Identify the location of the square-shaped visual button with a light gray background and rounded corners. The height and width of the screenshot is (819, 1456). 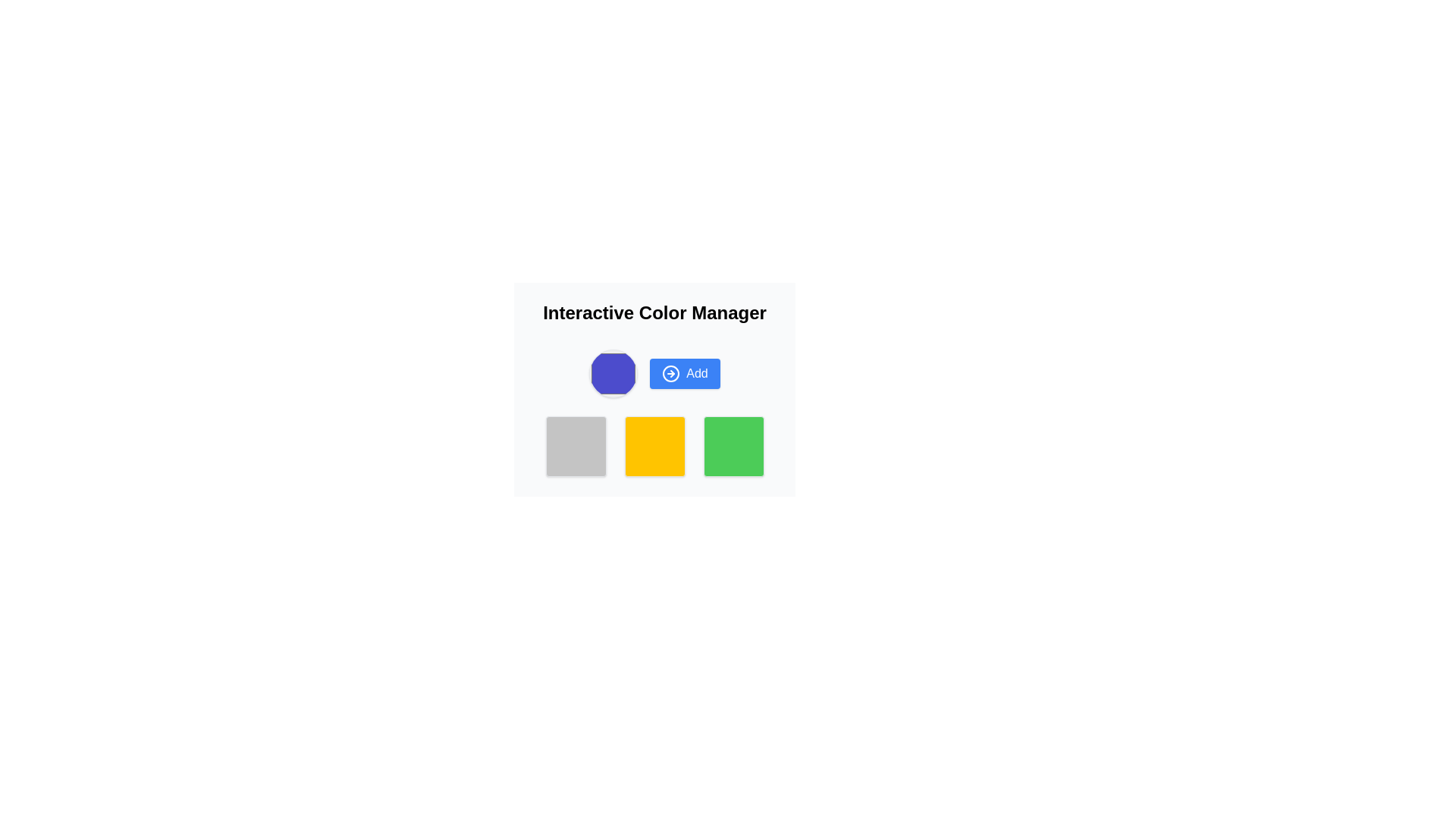
(575, 446).